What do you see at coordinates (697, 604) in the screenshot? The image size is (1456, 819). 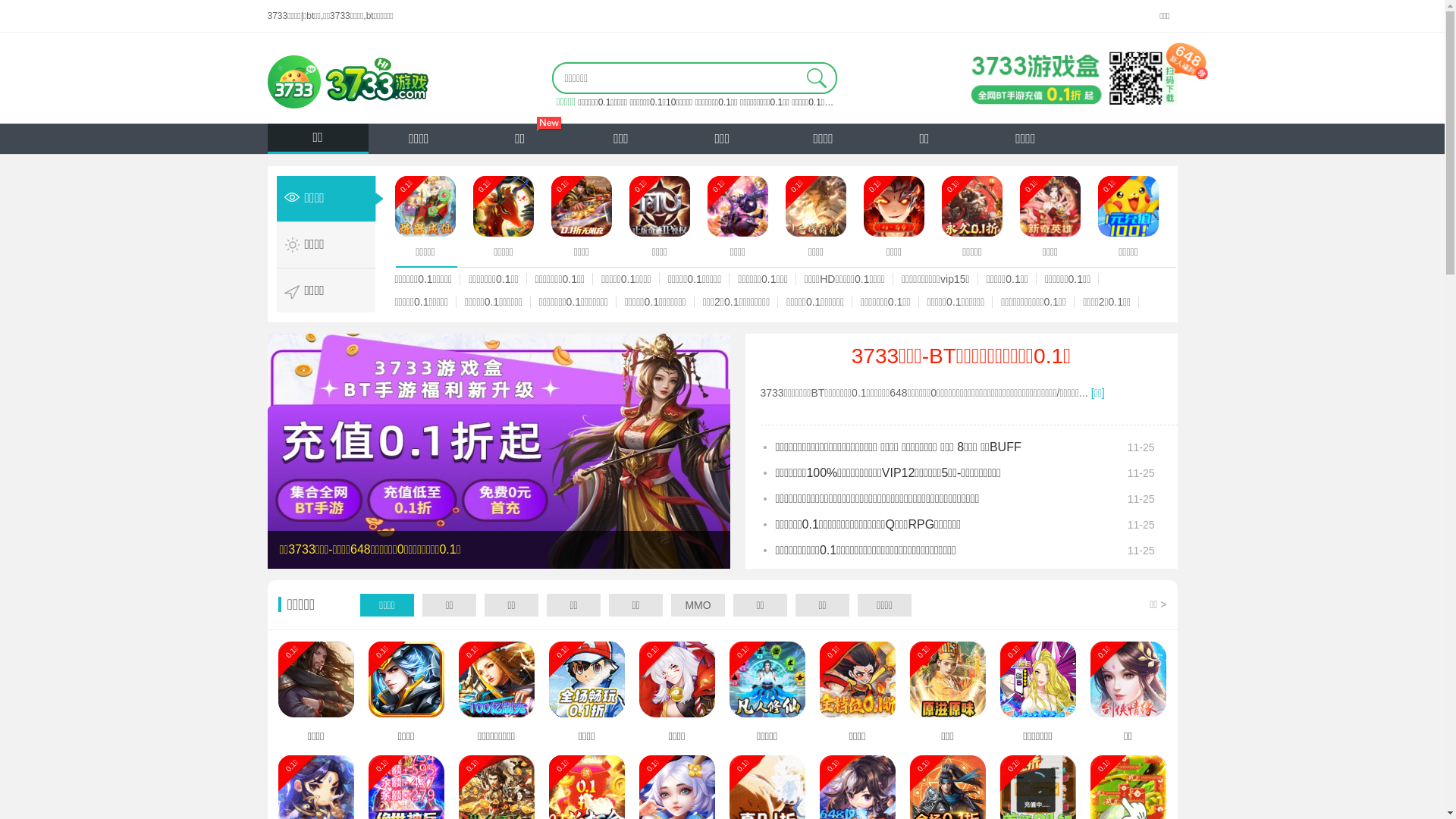 I see `'MMO'` at bounding box center [697, 604].